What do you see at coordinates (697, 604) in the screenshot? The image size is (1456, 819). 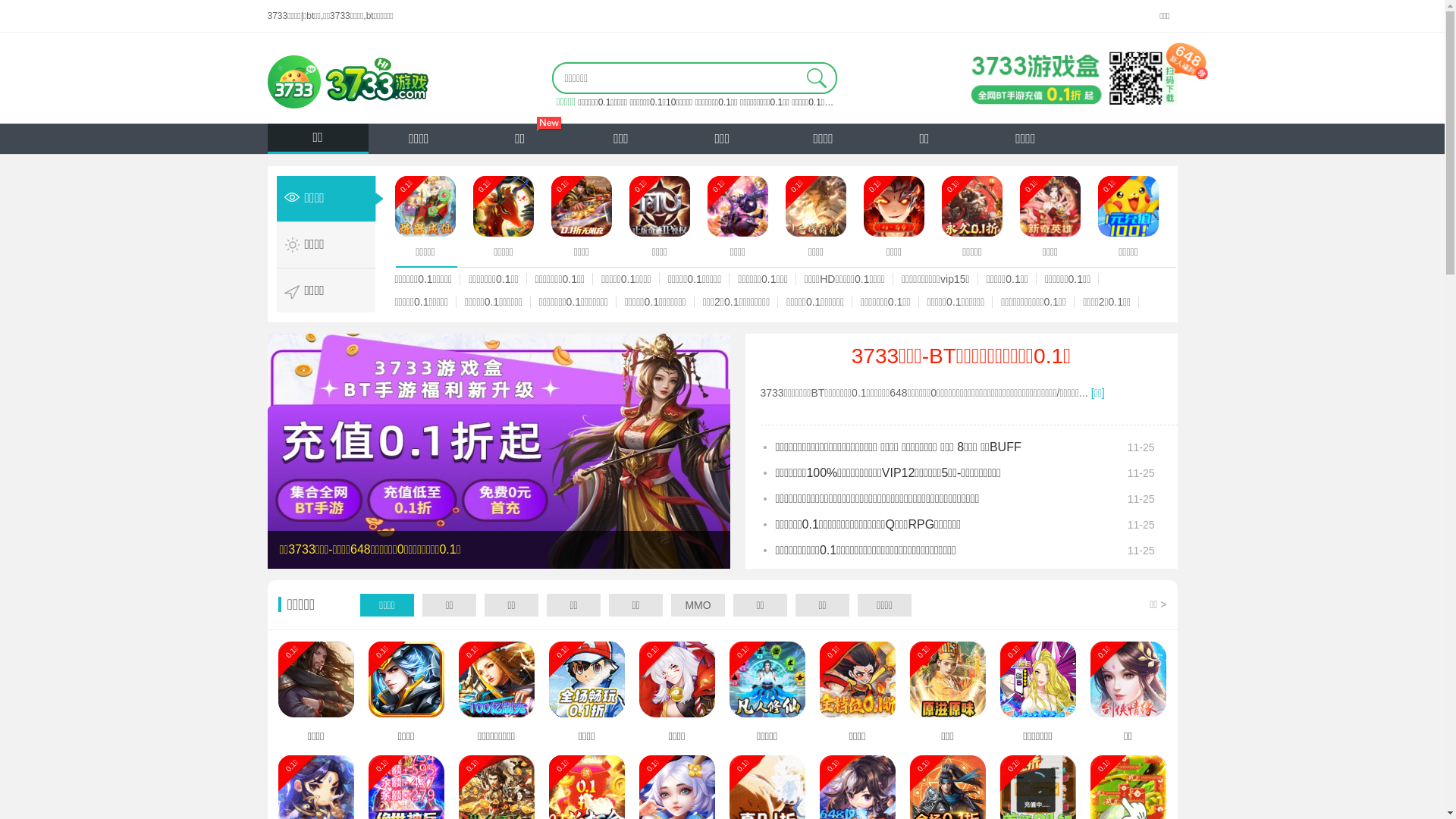 I see `'MMO'` at bounding box center [697, 604].